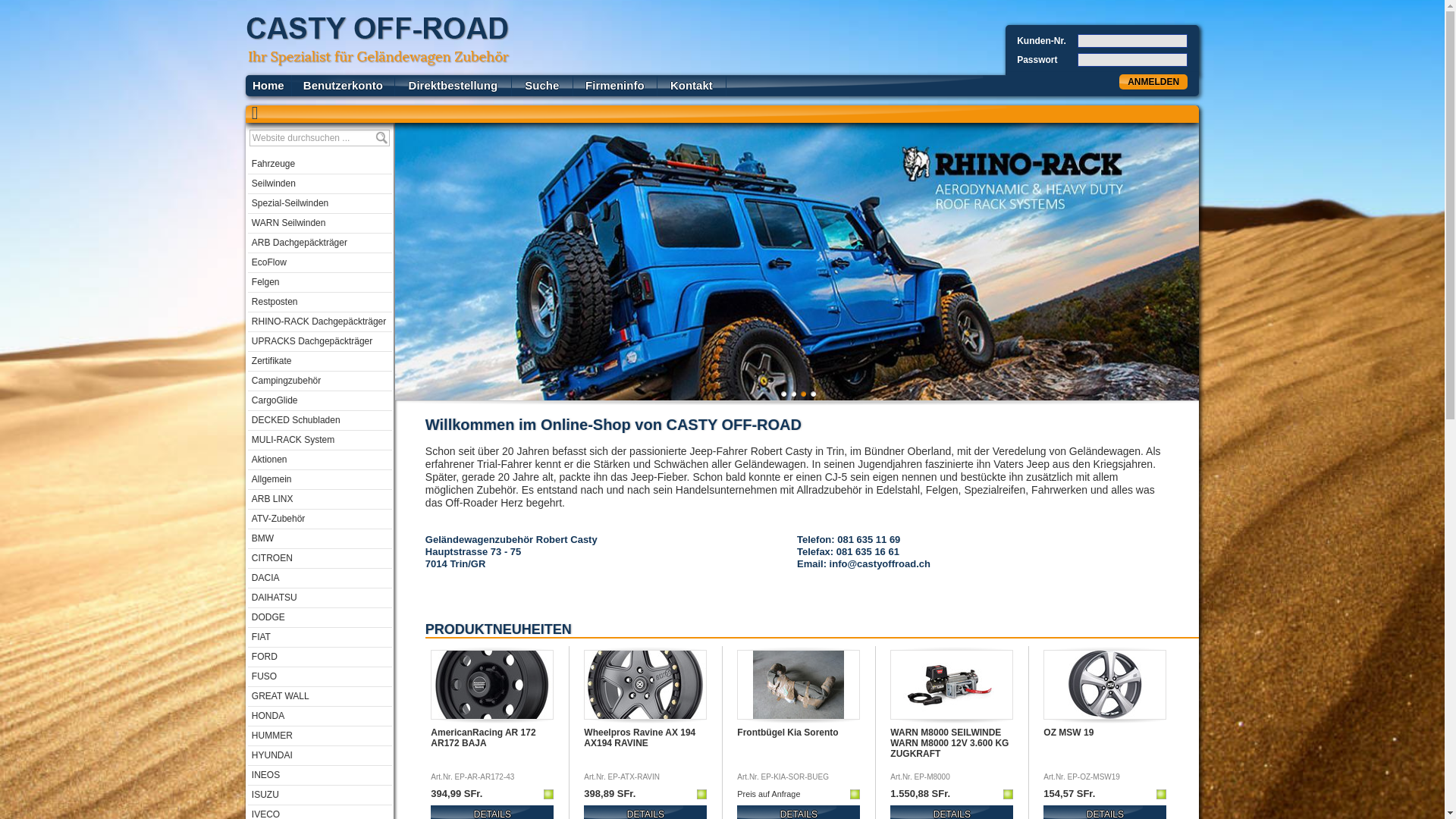  I want to click on 'ANMELDEN', so click(1153, 82).